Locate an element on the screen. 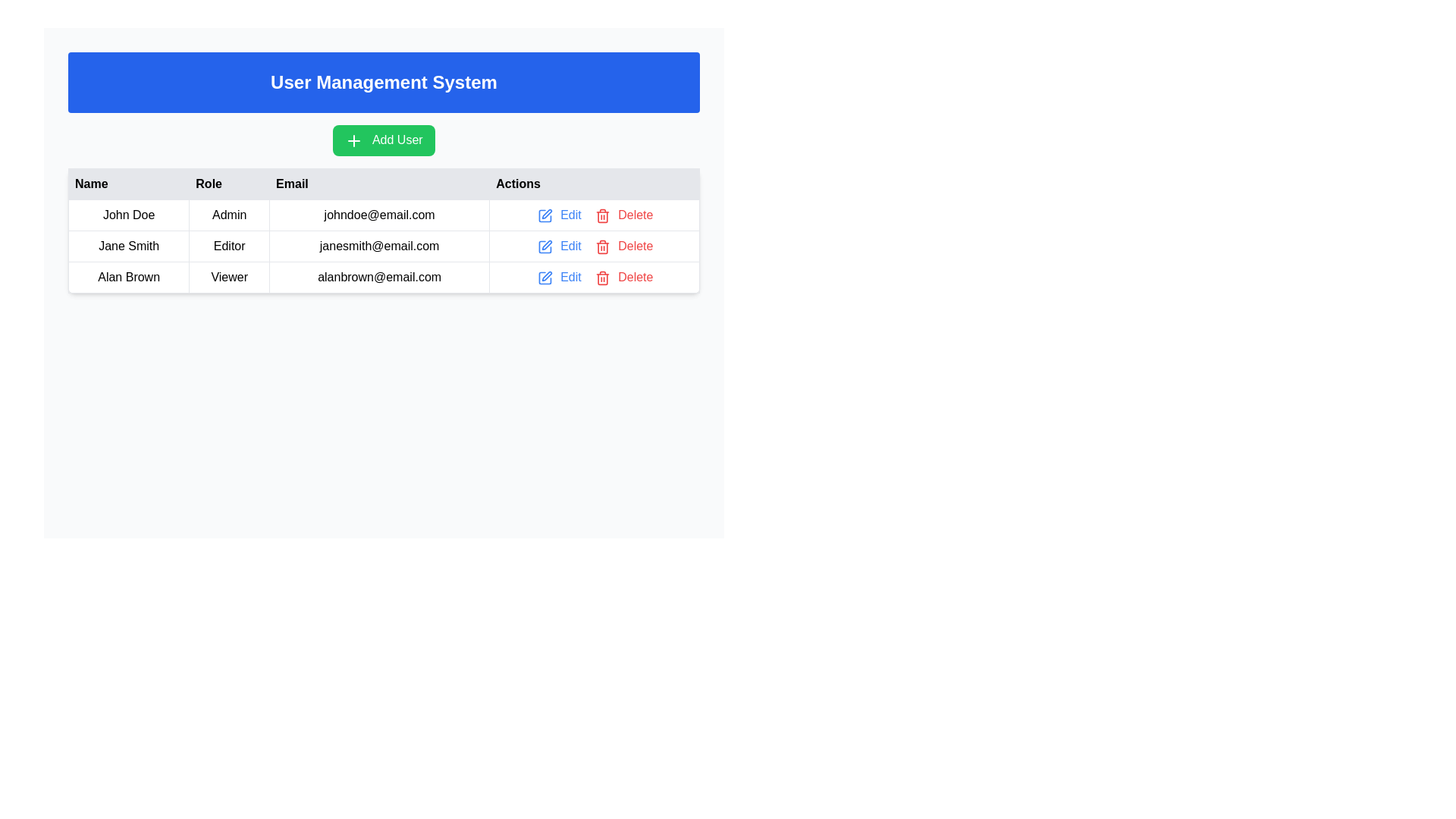  the email display of user 'Jane Smith' located in the second row of the table is located at coordinates (379, 245).